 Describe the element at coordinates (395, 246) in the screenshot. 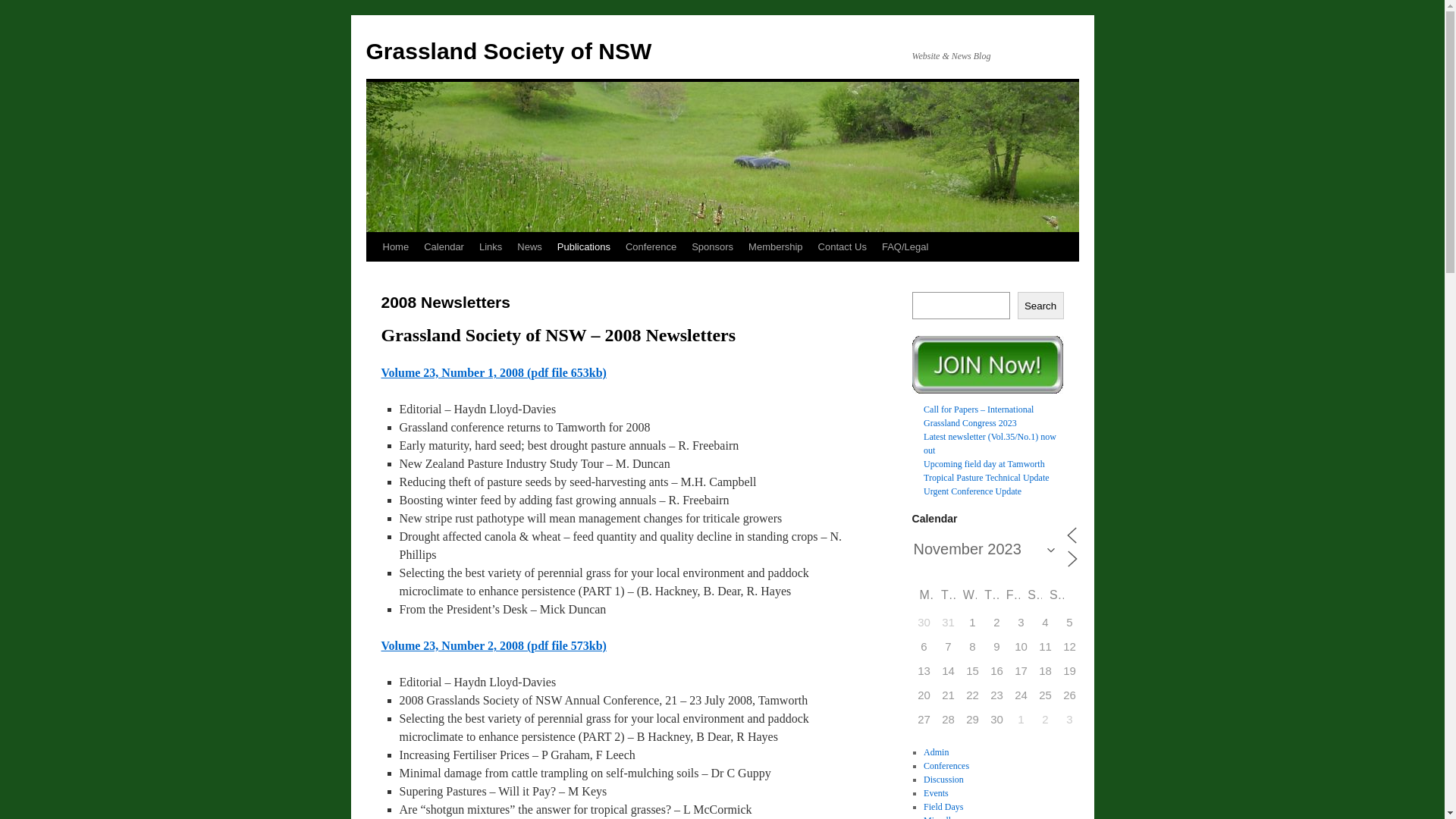

I see `'Home'` at that location.